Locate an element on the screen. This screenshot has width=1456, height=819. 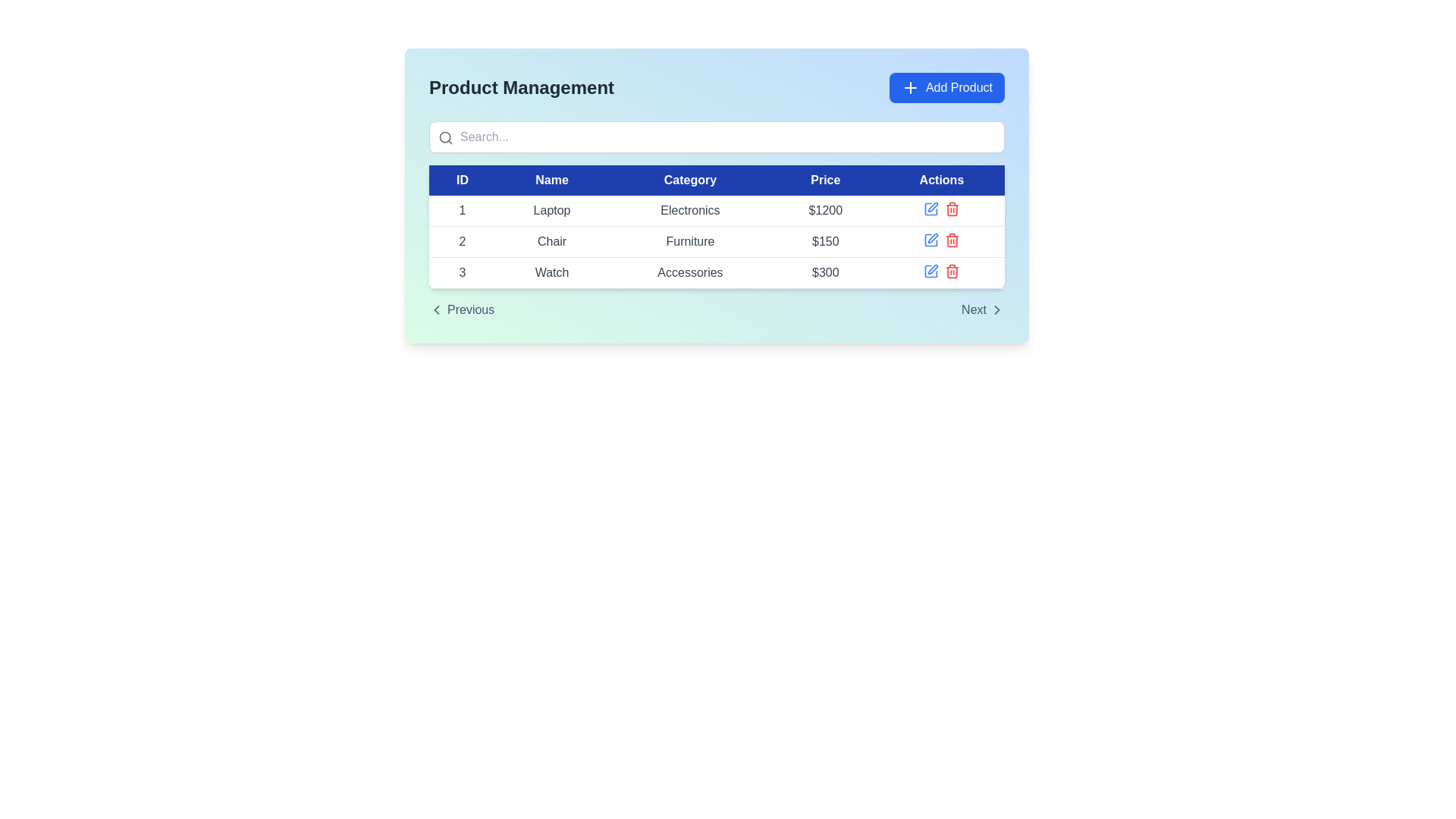
the header text element reading 'Product Management', which is styled in bold, large dark gray font and located at the top-left of a section containing a data table is located at coordinates (521, 87).